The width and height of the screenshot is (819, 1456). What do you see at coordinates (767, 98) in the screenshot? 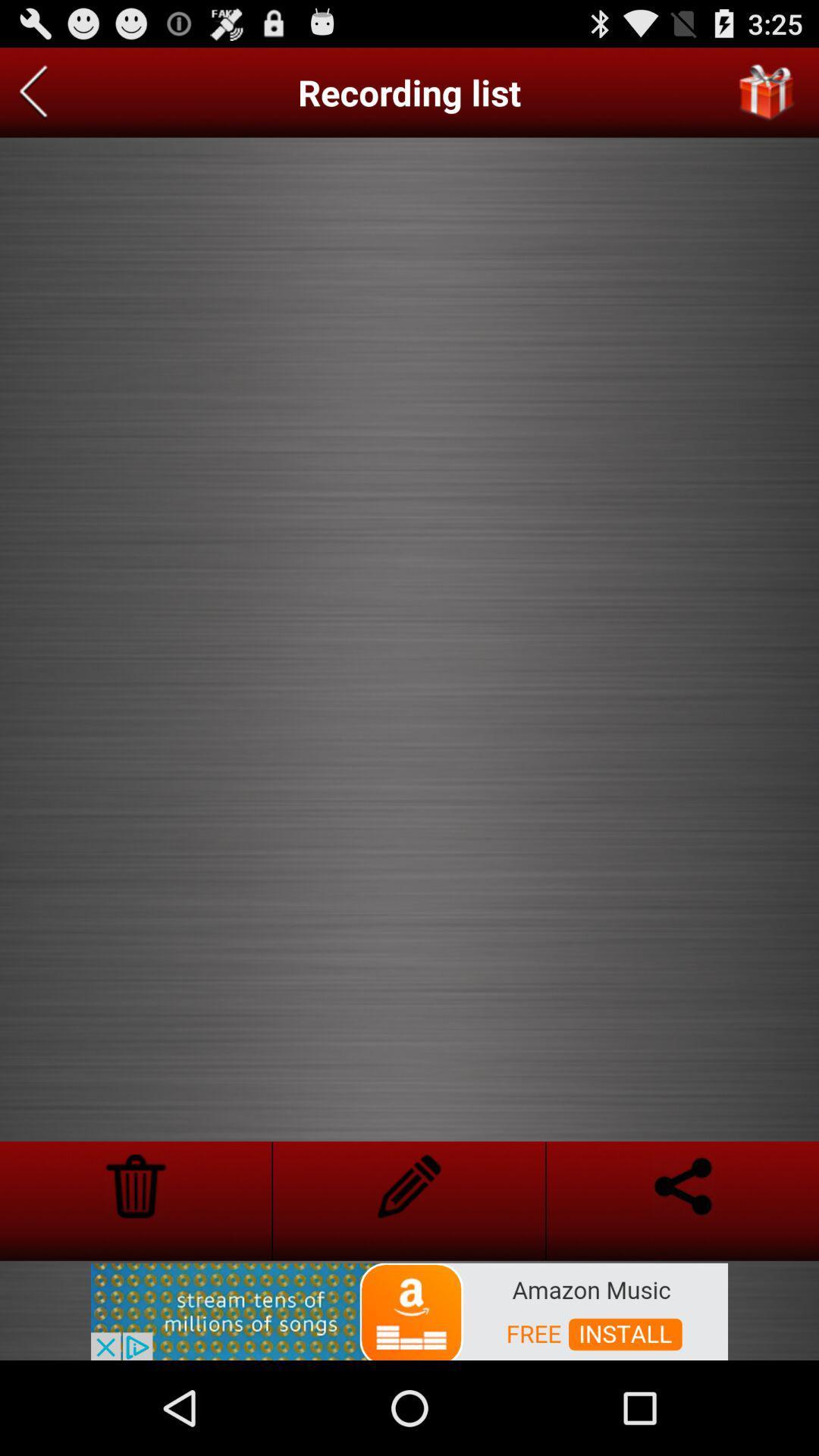
I see `the gift icon` at bounding box center [767, 98].